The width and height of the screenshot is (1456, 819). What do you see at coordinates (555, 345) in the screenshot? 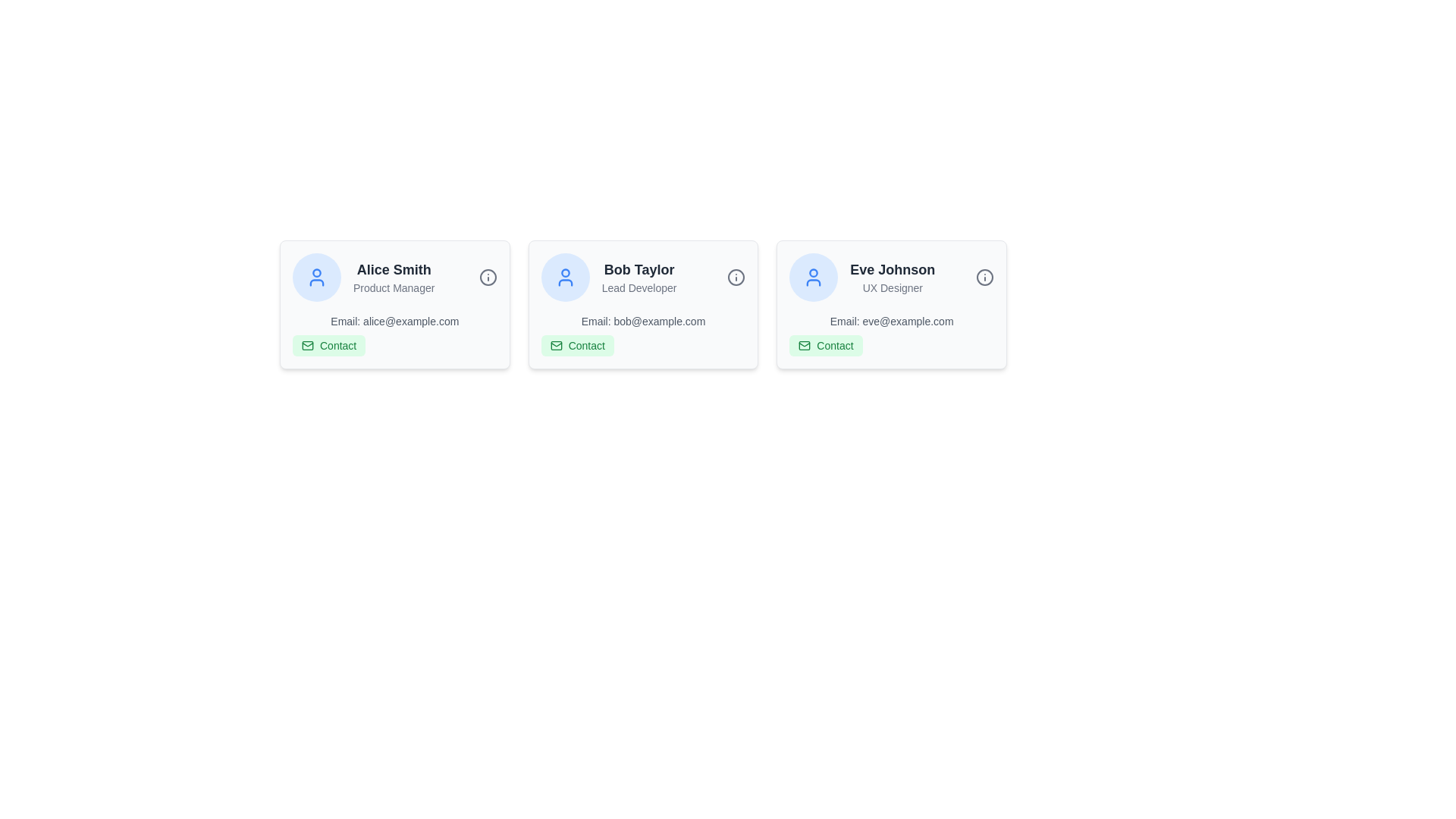
I see `properties of the rectangular boundary element that serves as the background for the envelope icon in the second contact card, located near the email section labeled 'Email: bob@example.com'` at bounding box center [555, 345].